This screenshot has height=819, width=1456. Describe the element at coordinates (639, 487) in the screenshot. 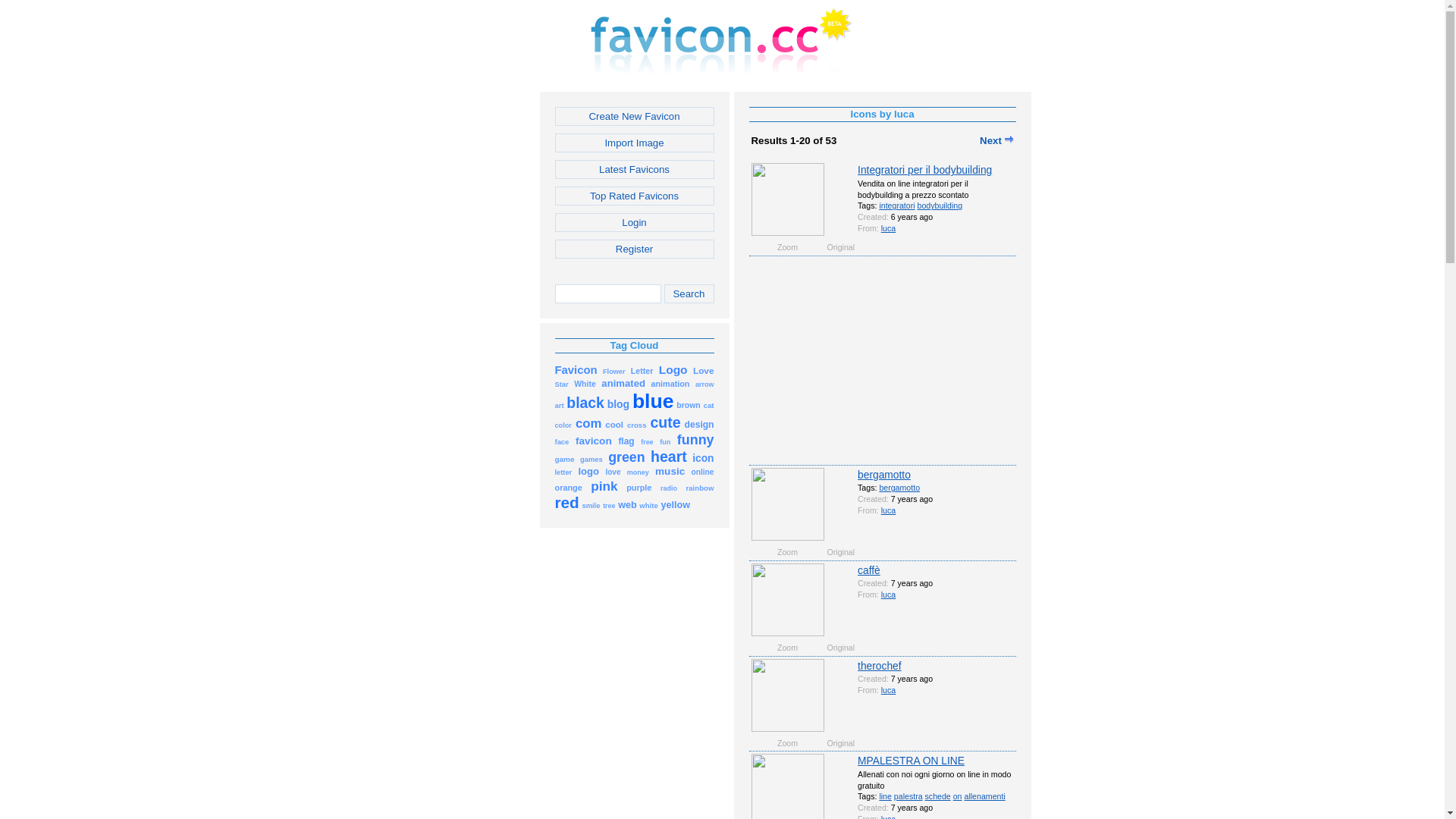

I see `'purple'` at that location.